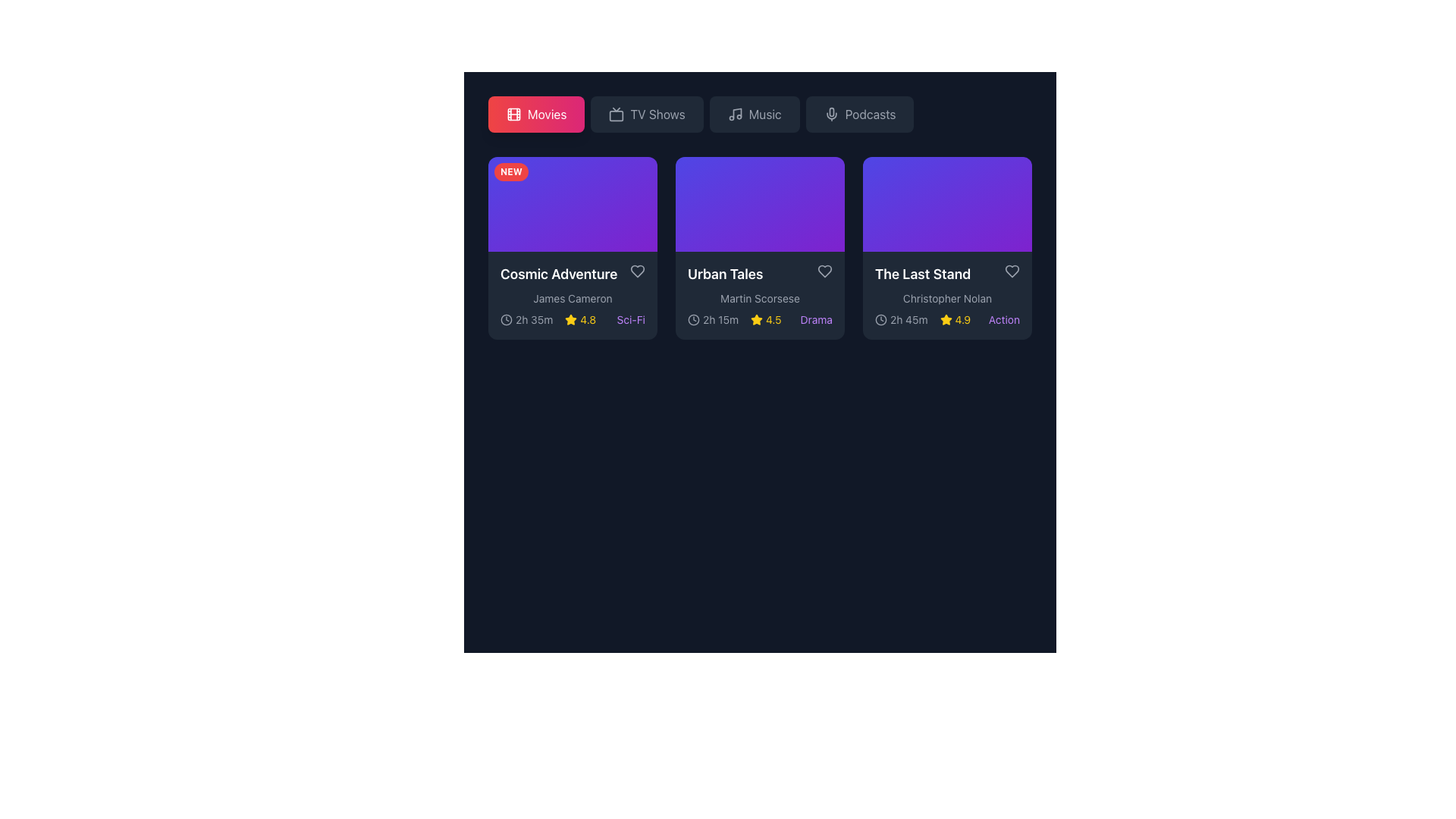 Image resolution: width=1456 pixels, height=819 pixels. What do you see at coordinates (536, 113) in the screenshot?
I see `the 'Movies' navigation button located at the top-left corner of the content area` at bounding box center [536, 113].